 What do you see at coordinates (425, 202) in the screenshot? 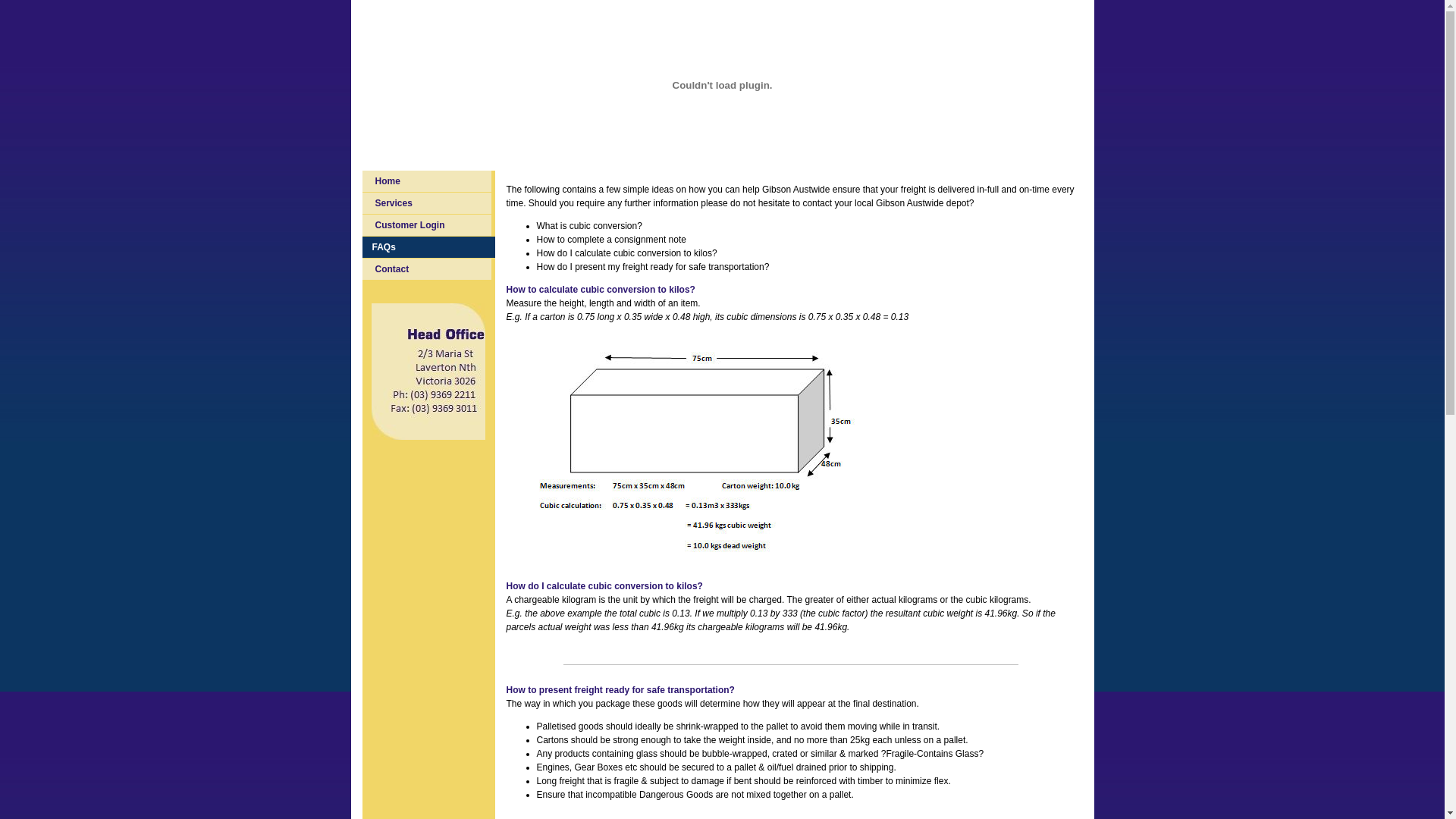
I see `'Services'` at bounding box center [425, 202].